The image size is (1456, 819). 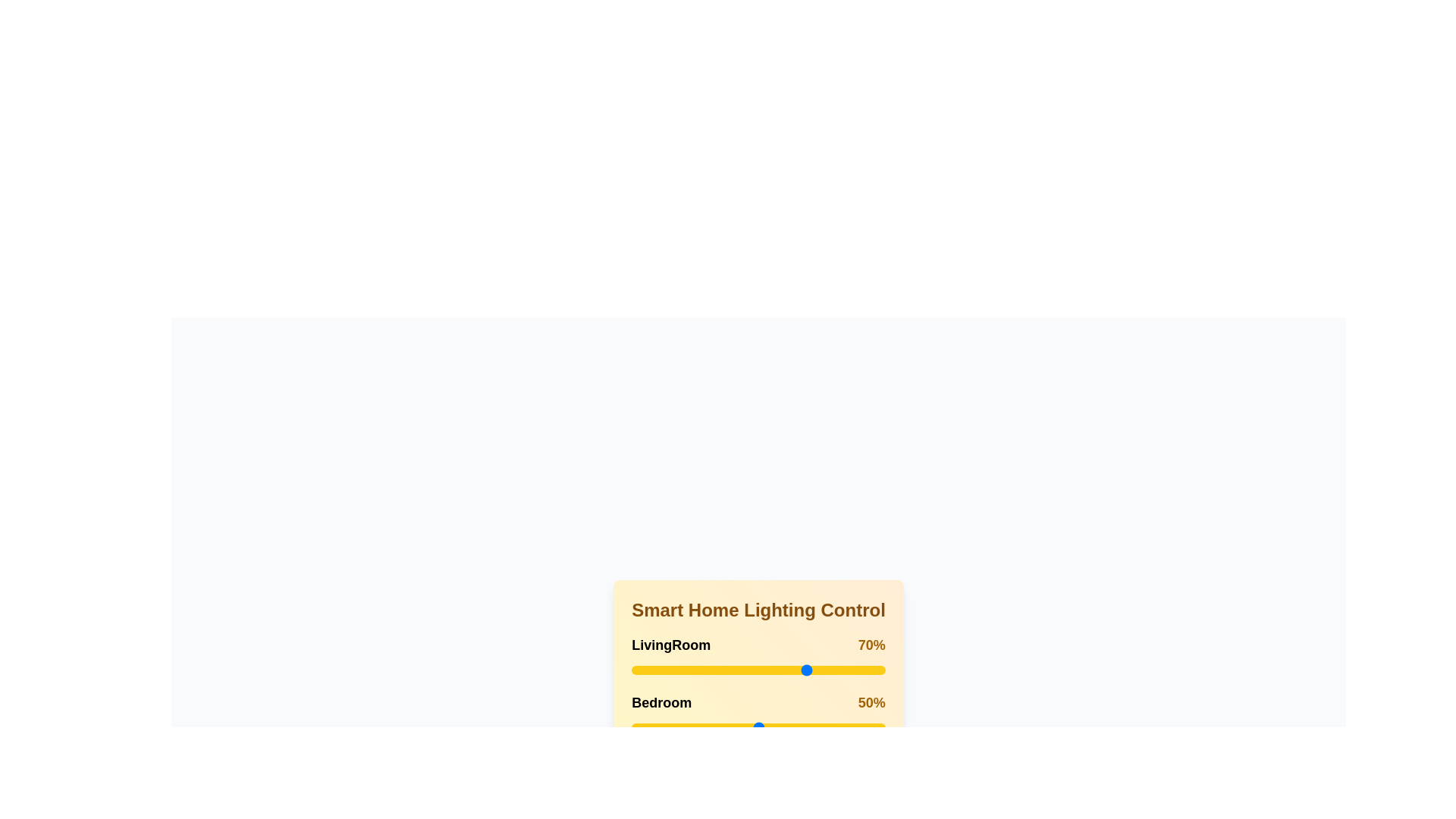 What do you see at coordinates (871, 702) in the screenshot?
I see `the text label indicating the percentage setting for 'Bedroom' lighting control, located on the right side of the panel in the 'Smart Home Lighting Control' section` at bounding box center [871, 702].